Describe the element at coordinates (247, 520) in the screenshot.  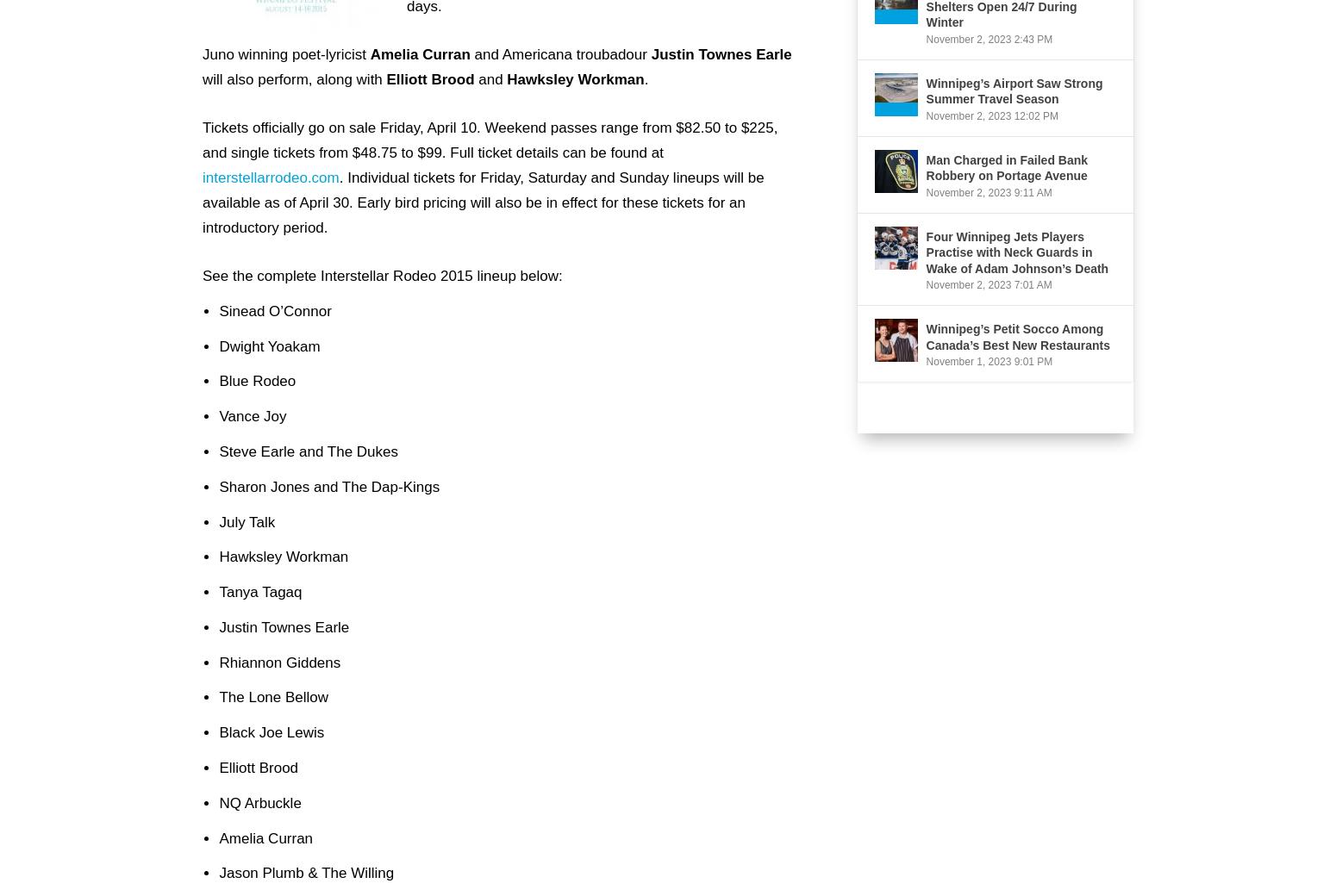
I see `'July Talk'` at that location.